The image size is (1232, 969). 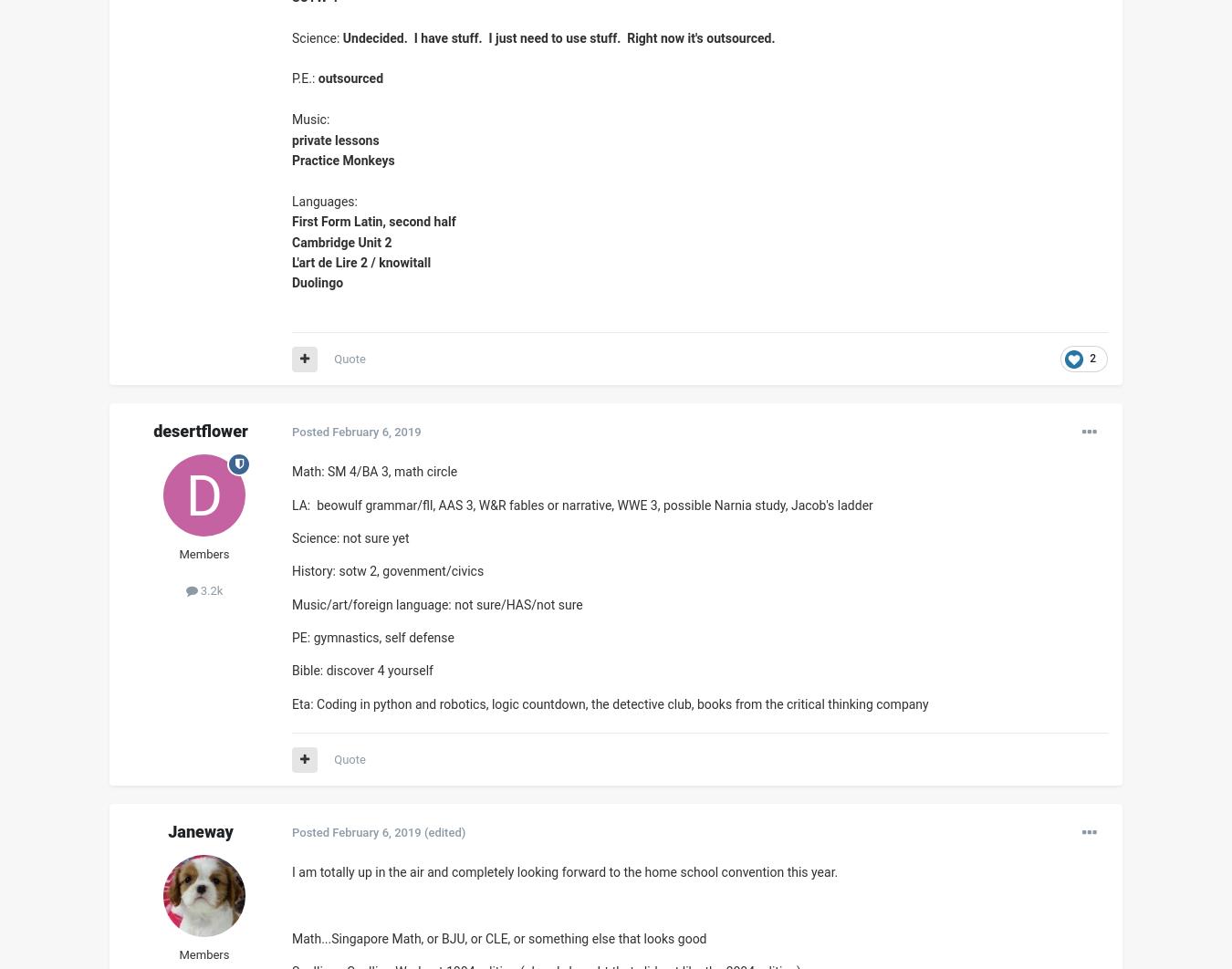 What do you see at coordinates (290, 281) in the screenshot?
I see `'Duolingo'` at bounding box center [290, 281].